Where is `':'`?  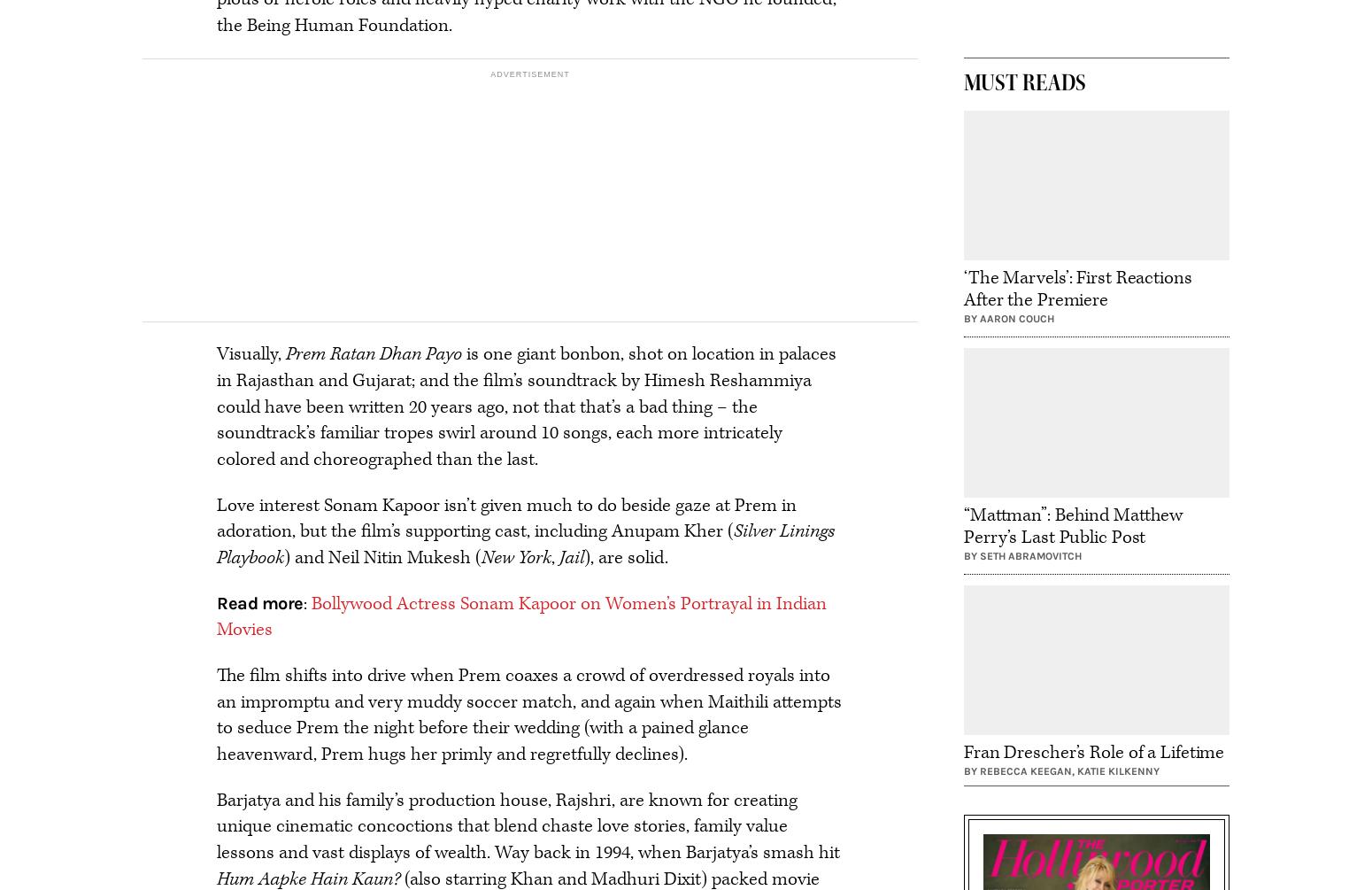 ':' is located at coordinates (301, 602).